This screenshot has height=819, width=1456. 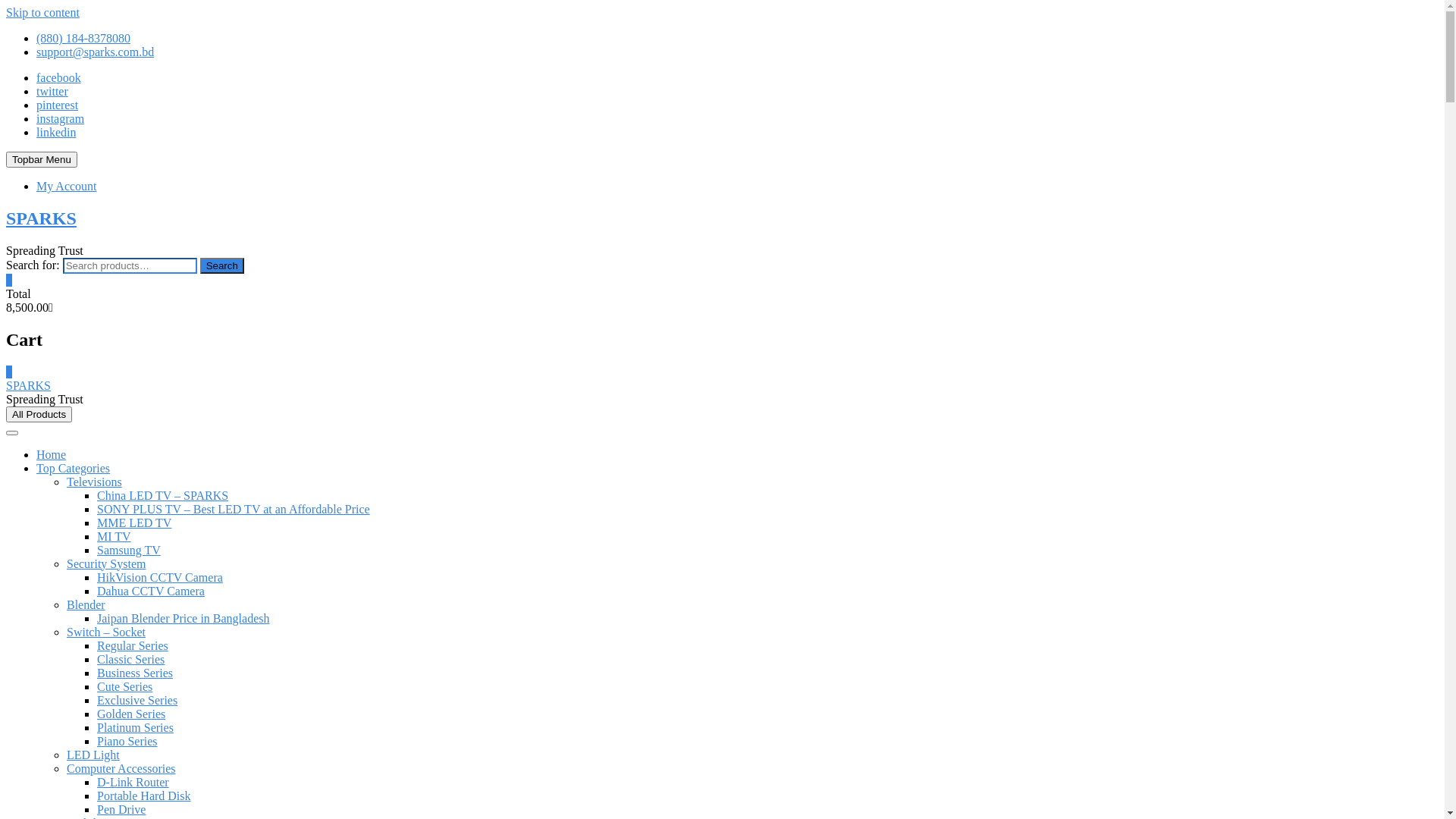 I want to click on 'Portable Hard Disk', so click(x=144, y=795).